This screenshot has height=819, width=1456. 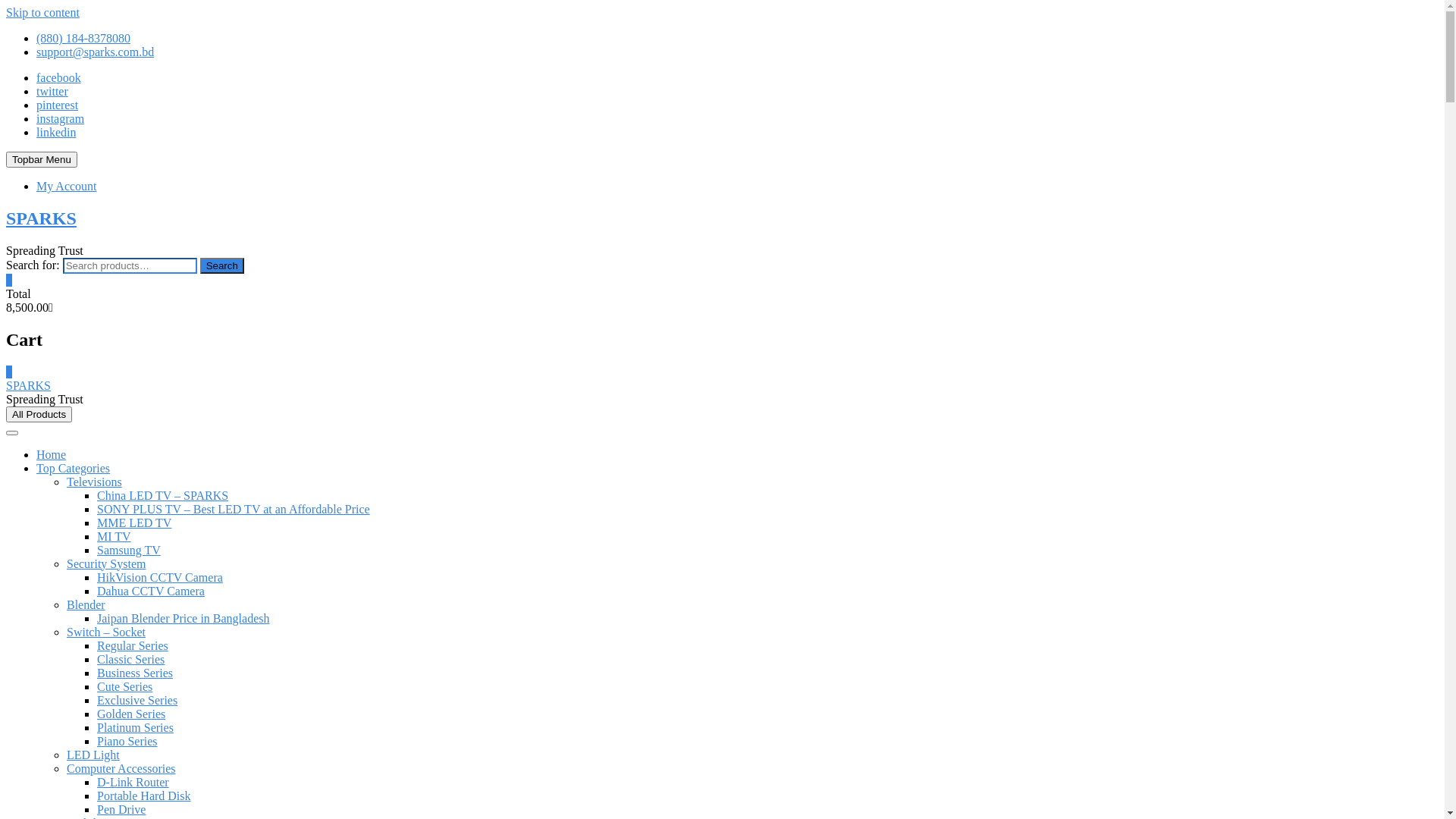 I want to click on 'Portable Hard Disk', so click(x=144, y=795).